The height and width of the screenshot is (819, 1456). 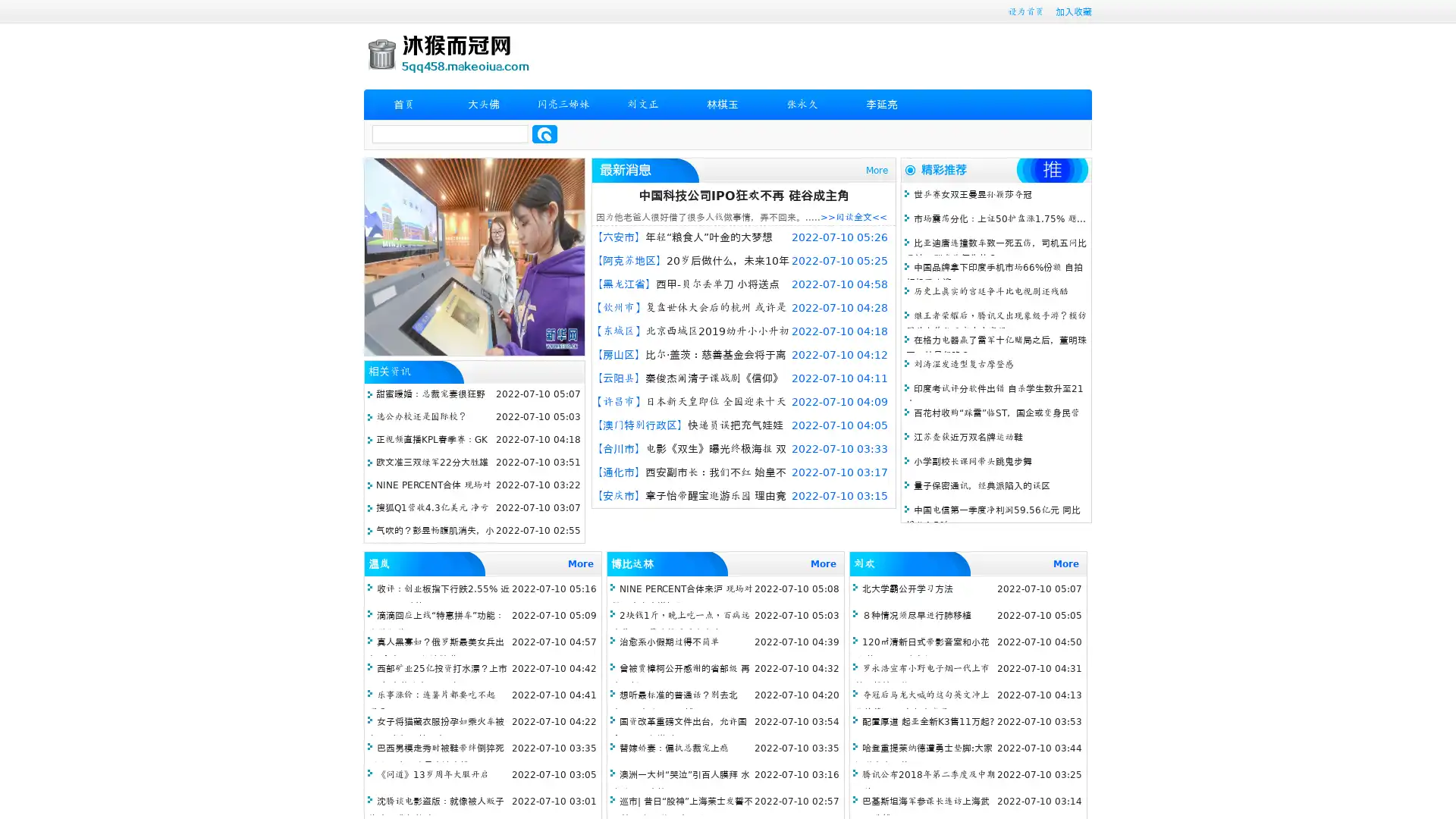 I want to click on Search, so click(x=544, y=133).